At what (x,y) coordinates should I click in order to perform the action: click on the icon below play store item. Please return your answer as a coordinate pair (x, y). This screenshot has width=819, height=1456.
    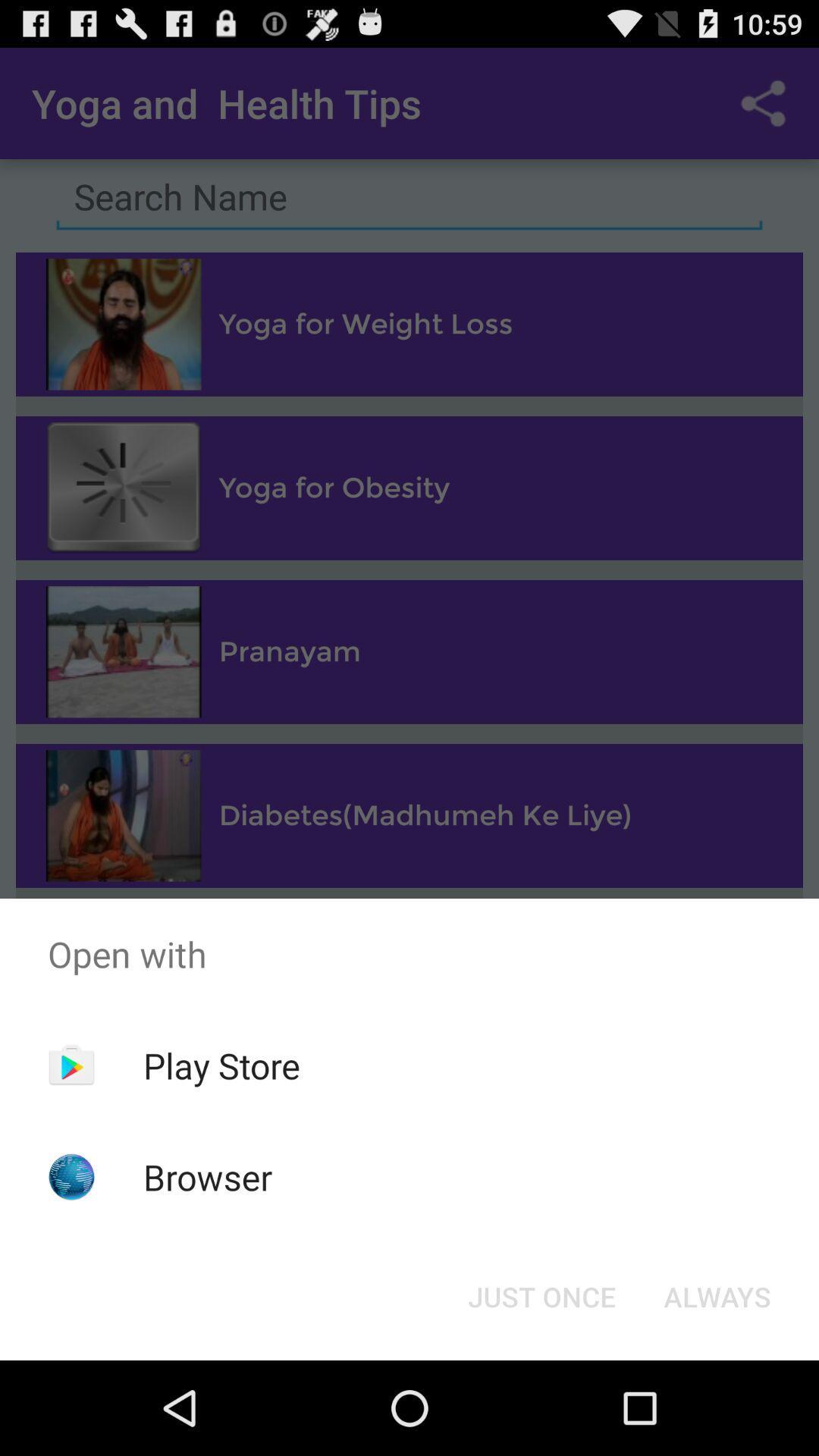
    Looking at the image, I should click on (208, 1176).